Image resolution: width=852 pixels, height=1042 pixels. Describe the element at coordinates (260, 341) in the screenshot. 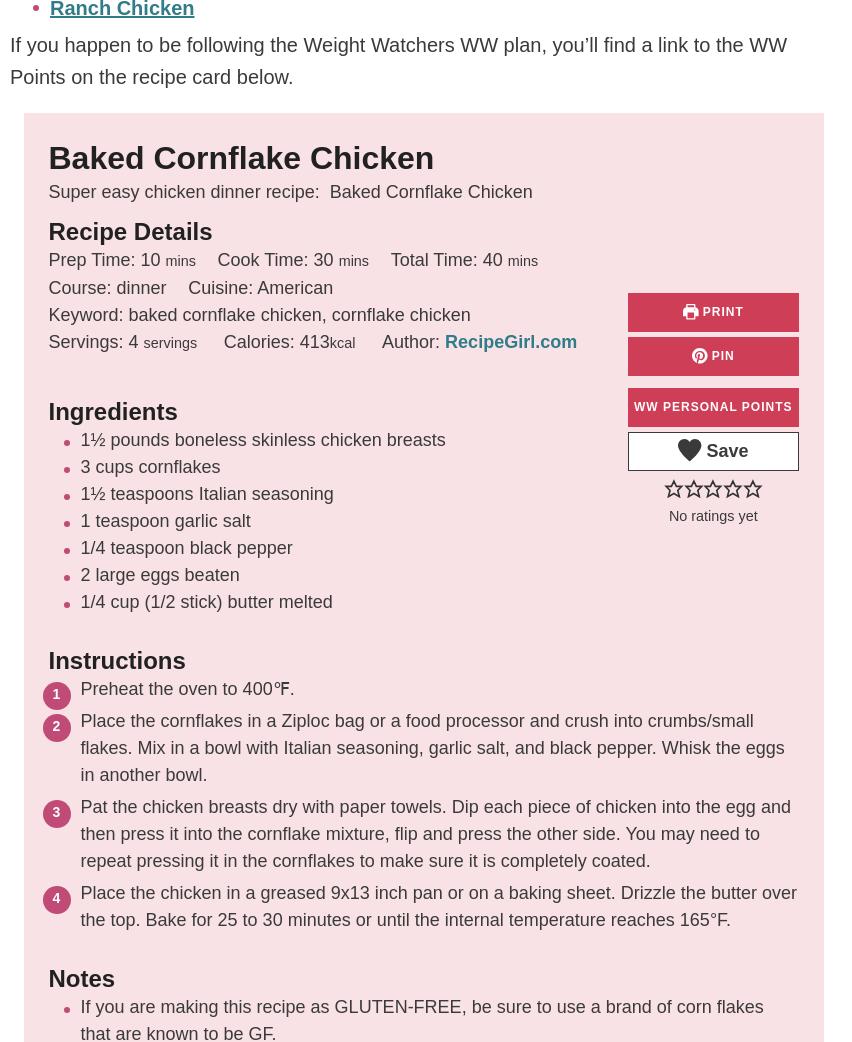

I see `'Calories:'` at that location.